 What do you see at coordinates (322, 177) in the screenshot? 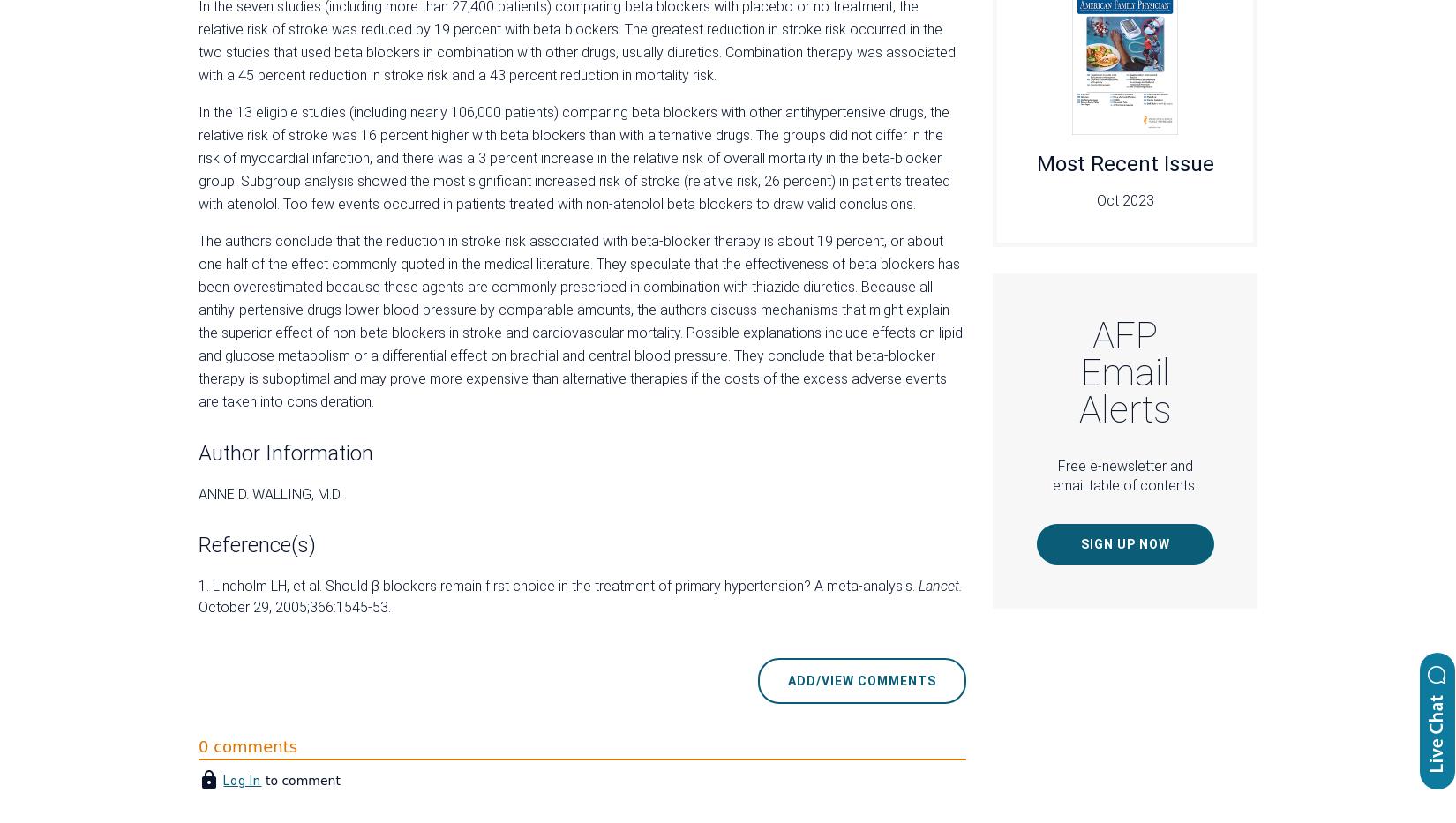
I see `'Continue Reading'` at bounding box center [322, 177].